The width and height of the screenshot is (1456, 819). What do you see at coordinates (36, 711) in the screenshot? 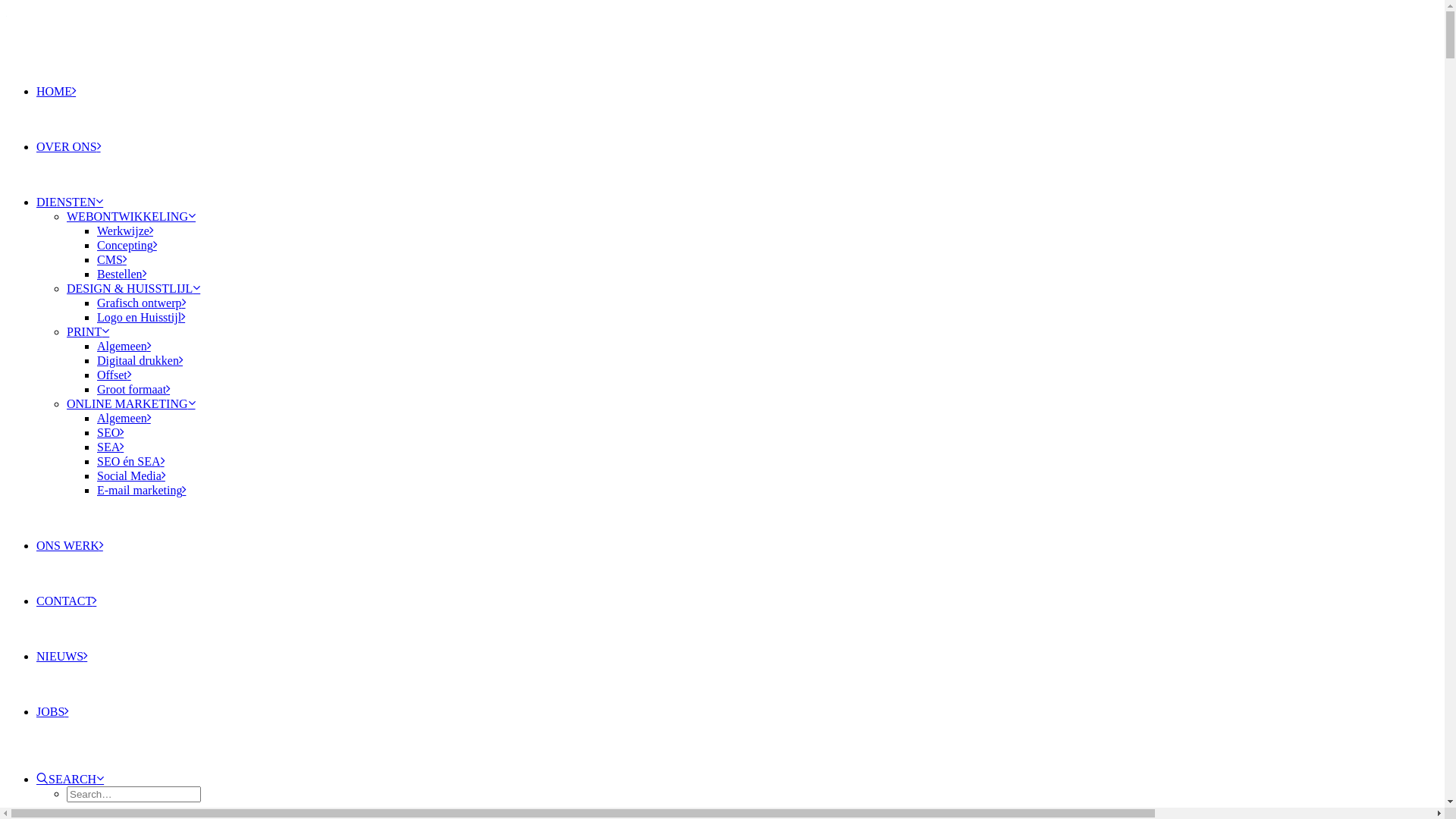
I see `'JOBS'` at bounding box center [36, 711].